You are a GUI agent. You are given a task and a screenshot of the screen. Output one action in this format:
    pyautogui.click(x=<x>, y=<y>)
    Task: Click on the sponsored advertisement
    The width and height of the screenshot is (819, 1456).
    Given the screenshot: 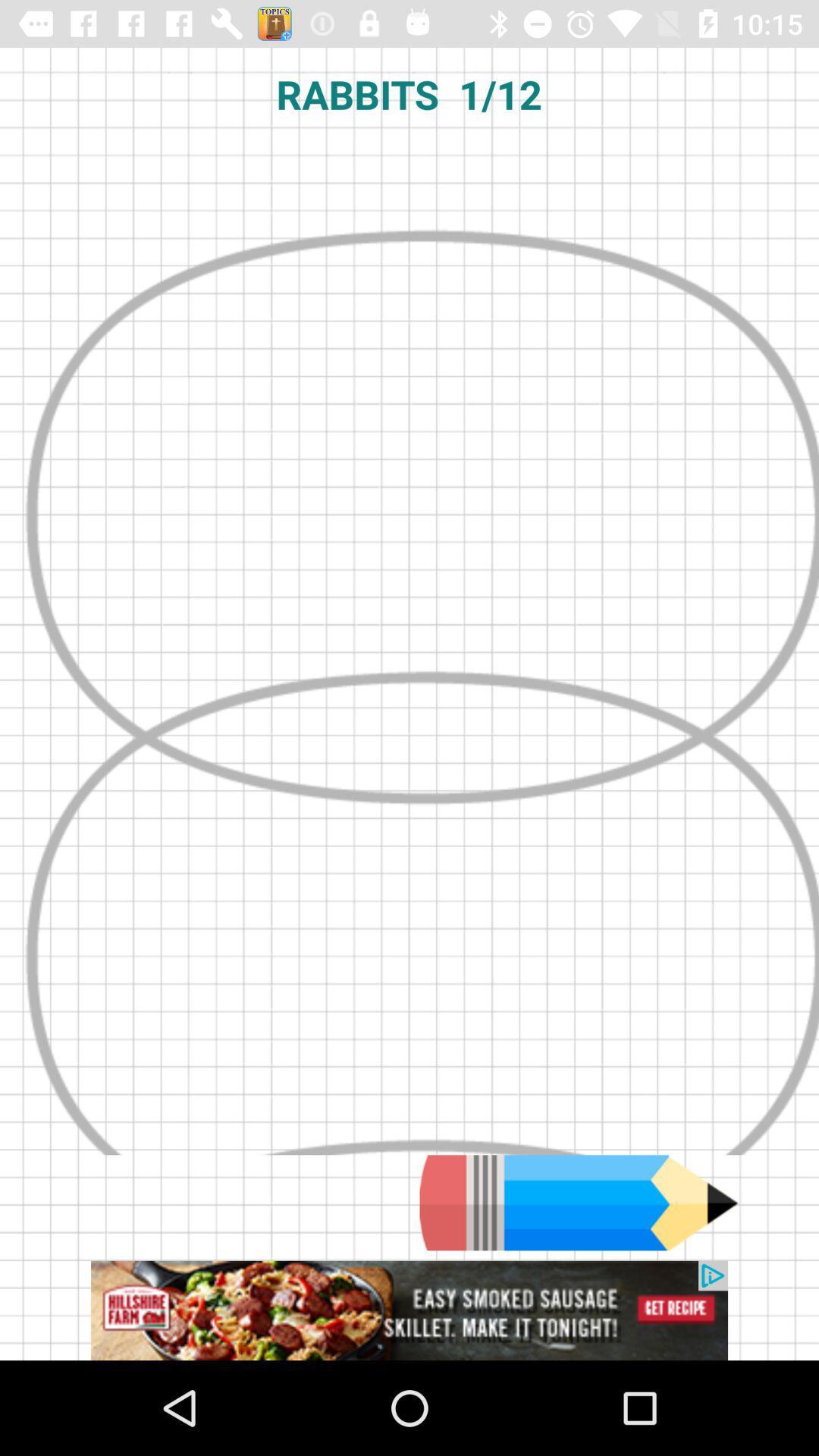 What is the action you would take?
    pyautogui.click(x=409, y=1310)
    